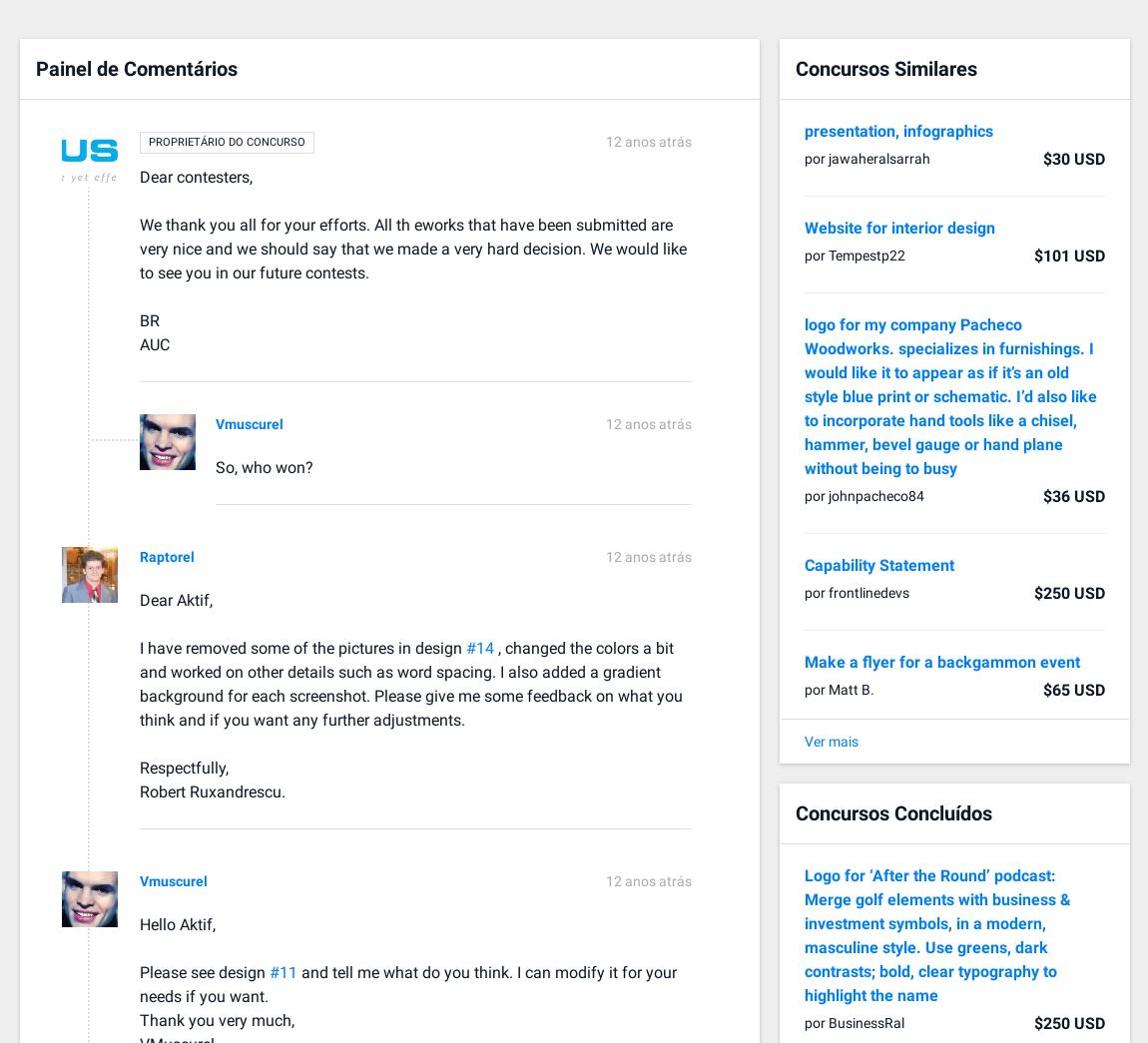 This screenshot has width=1148, height=1043. I want to click on 'BR', so click(138, 319).